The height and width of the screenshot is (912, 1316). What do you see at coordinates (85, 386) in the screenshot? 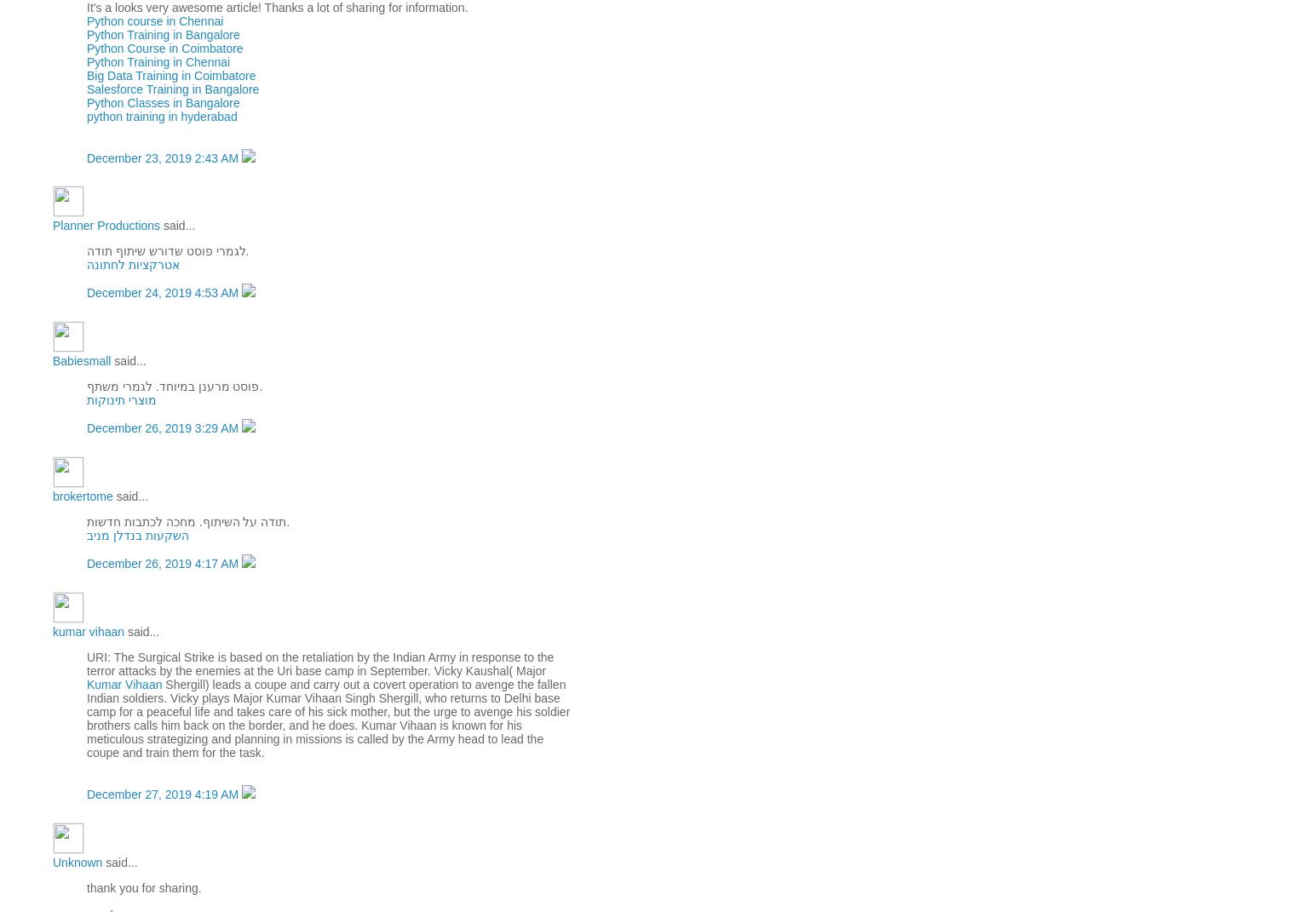
I see `'פוסט מרענן במיוחד. לגמרי משתף.'` at bounding box center [85, 386].